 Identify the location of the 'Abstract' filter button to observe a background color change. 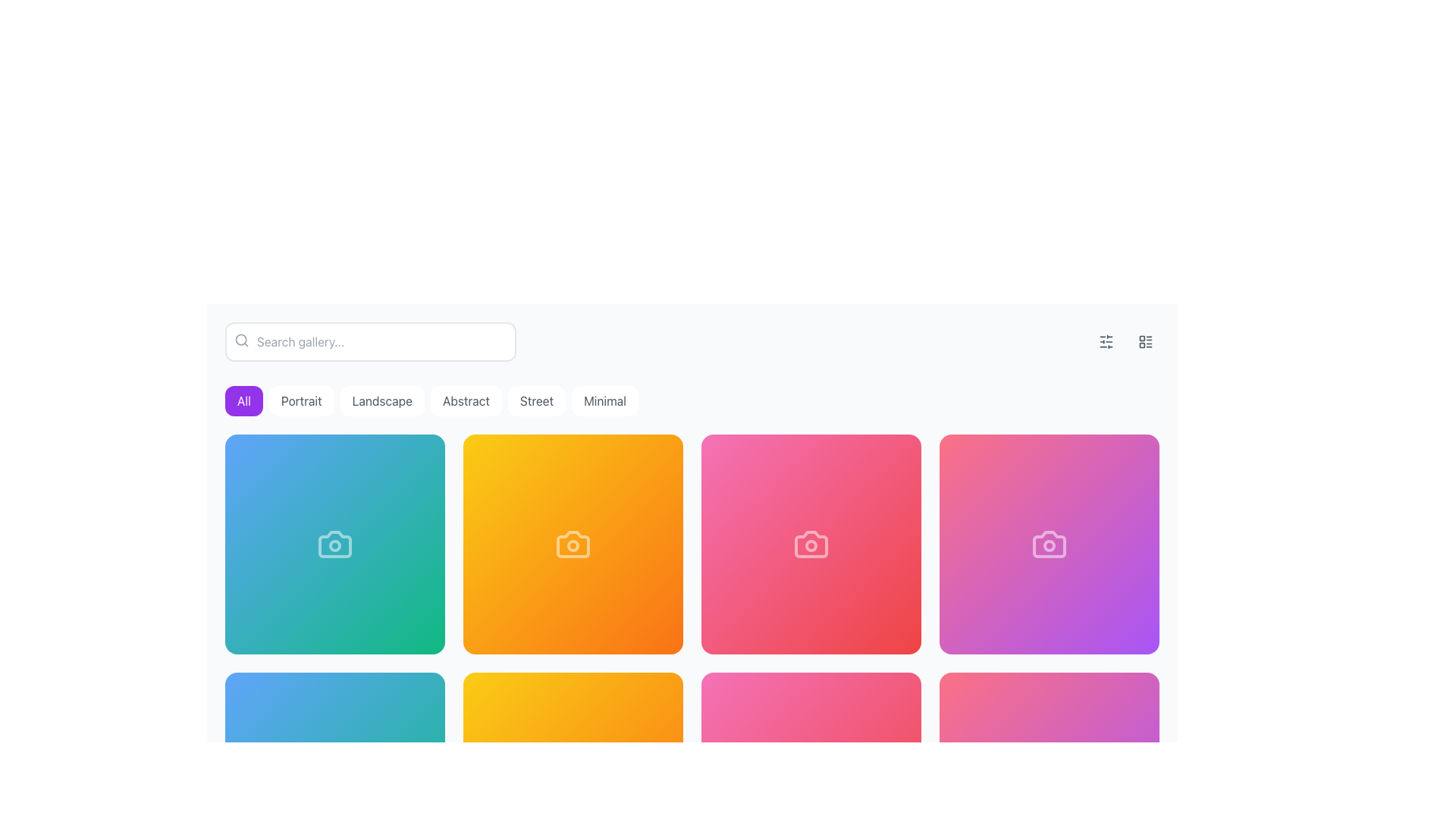
(465, 400).